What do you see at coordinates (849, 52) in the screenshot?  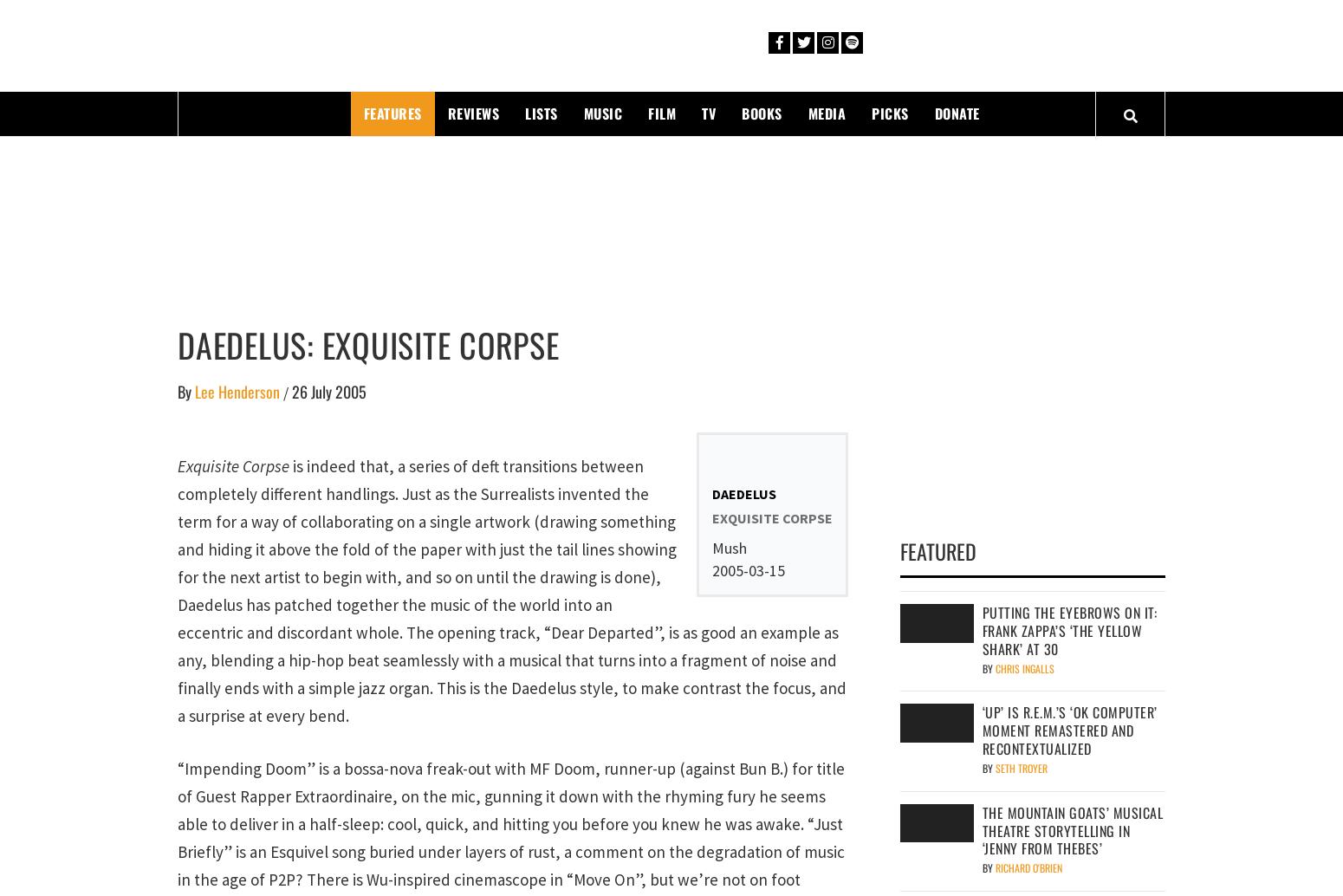 I see `'PopMatters'` at bounding box center [849, 52].